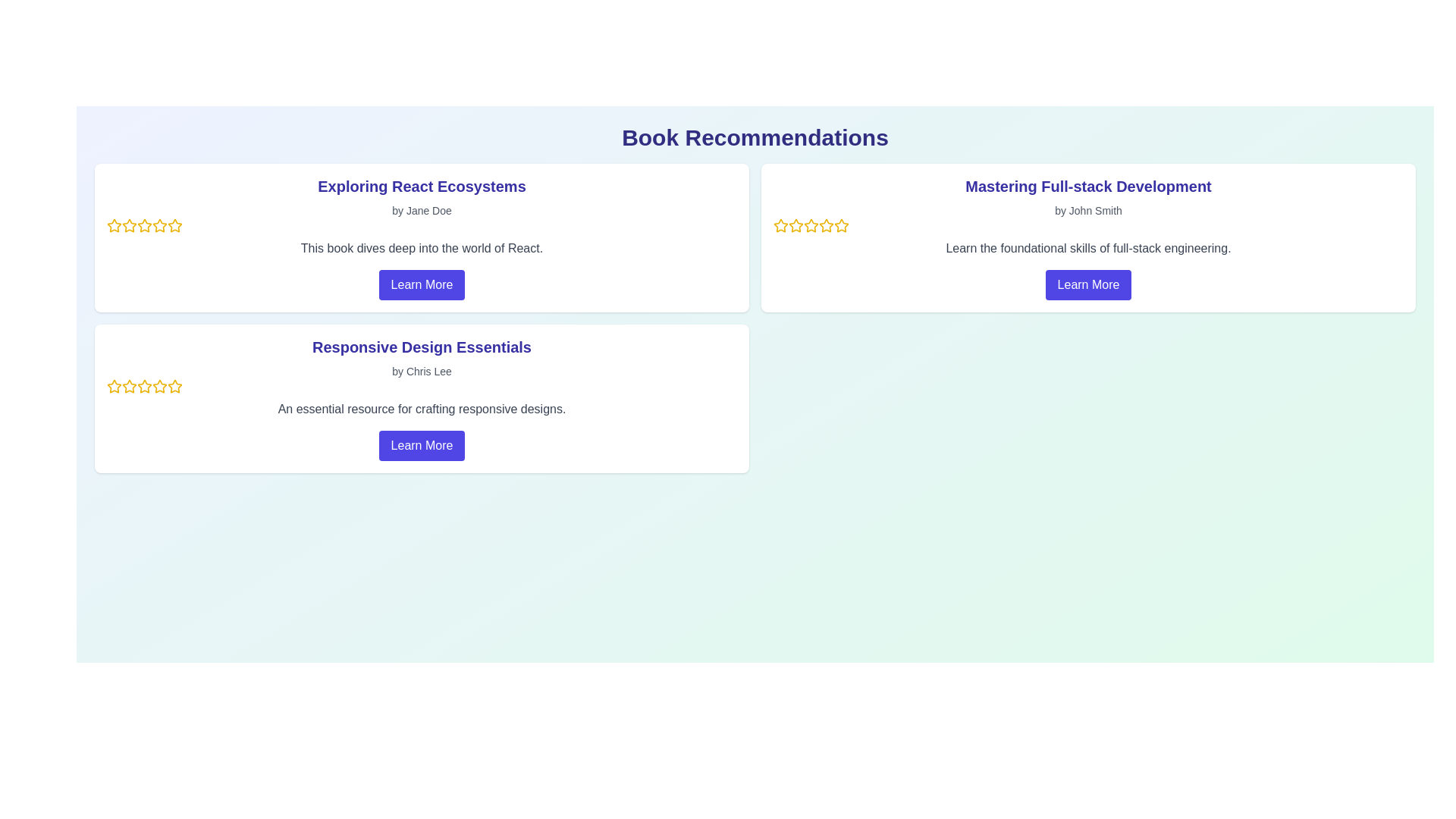 Image resolution: width=1456 pixels, height=819 pixels. I want to click on on the heading text 'Responsive Design Essentials' which is styled in a large, bold, indigo font located at the top of the second card in a set of three horizontally aligned cards, so click(422, 347).